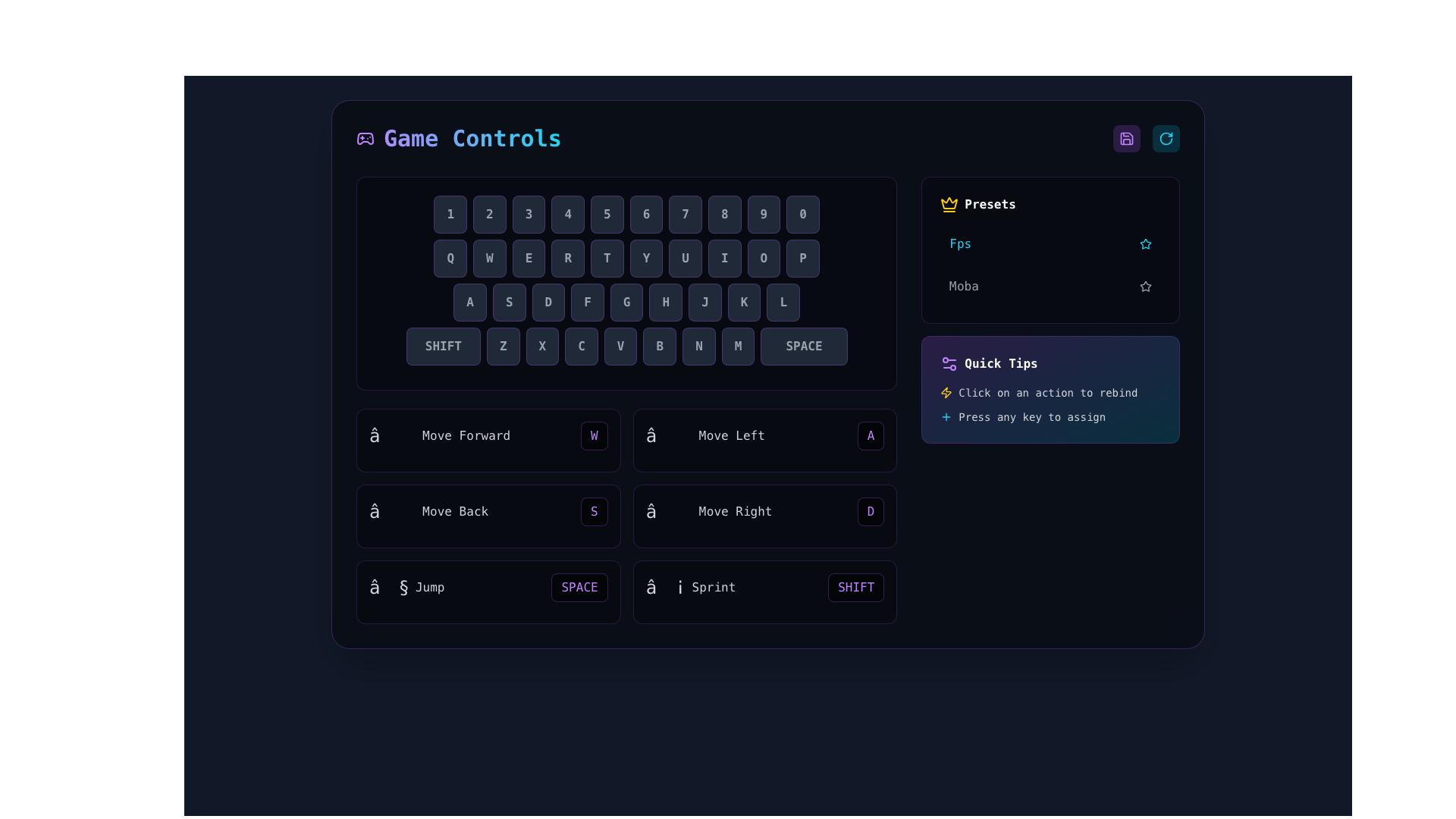 This screenshot has width=1456, height=819. I want to click on the 'Fps' configuration preset button located, so click(1050, 243).